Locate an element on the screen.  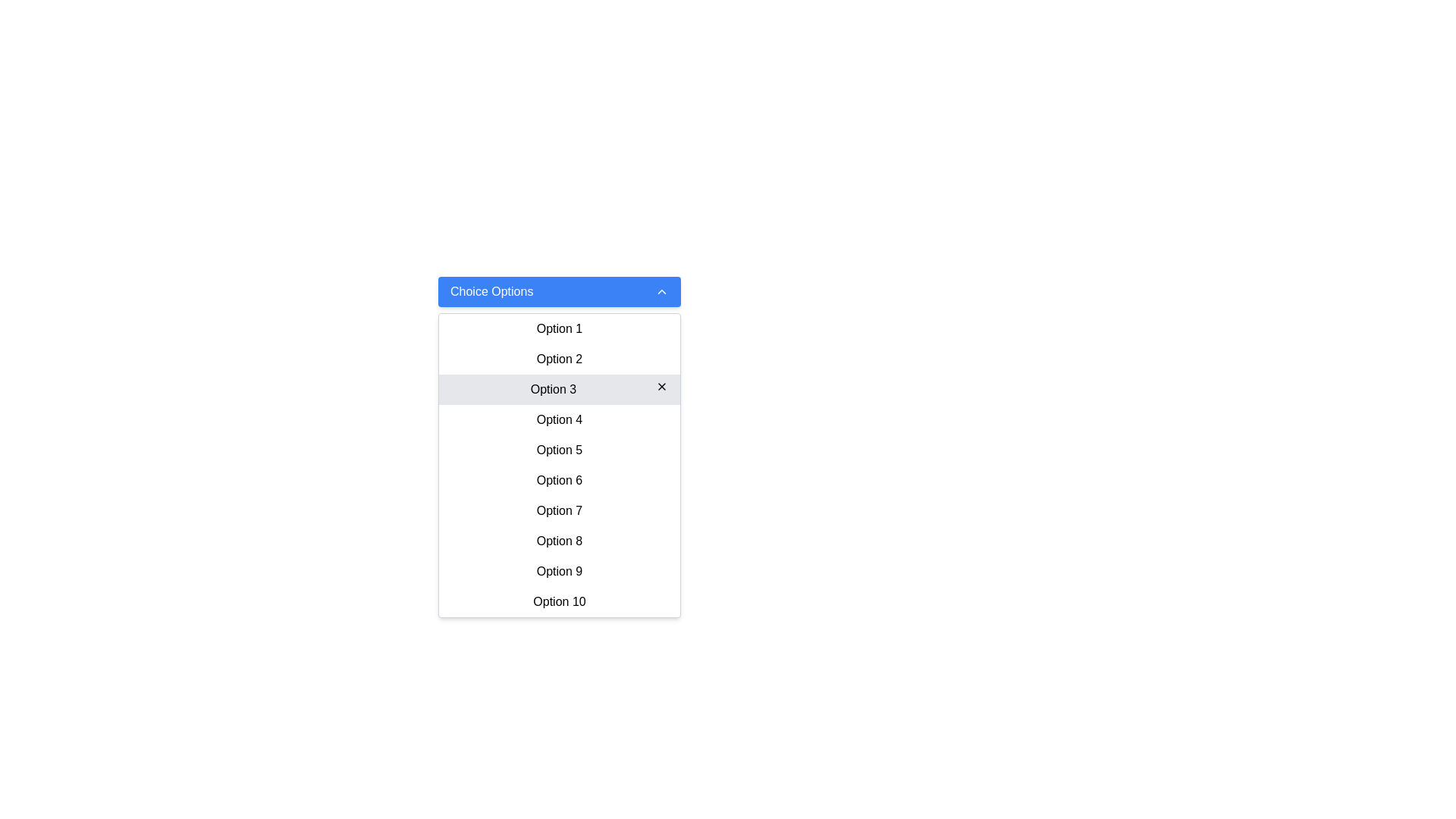
the text label displaying 'Option 3' in the third row of the dropdown menu labeled 'Choice Options' is located at coordinates (552, 388).